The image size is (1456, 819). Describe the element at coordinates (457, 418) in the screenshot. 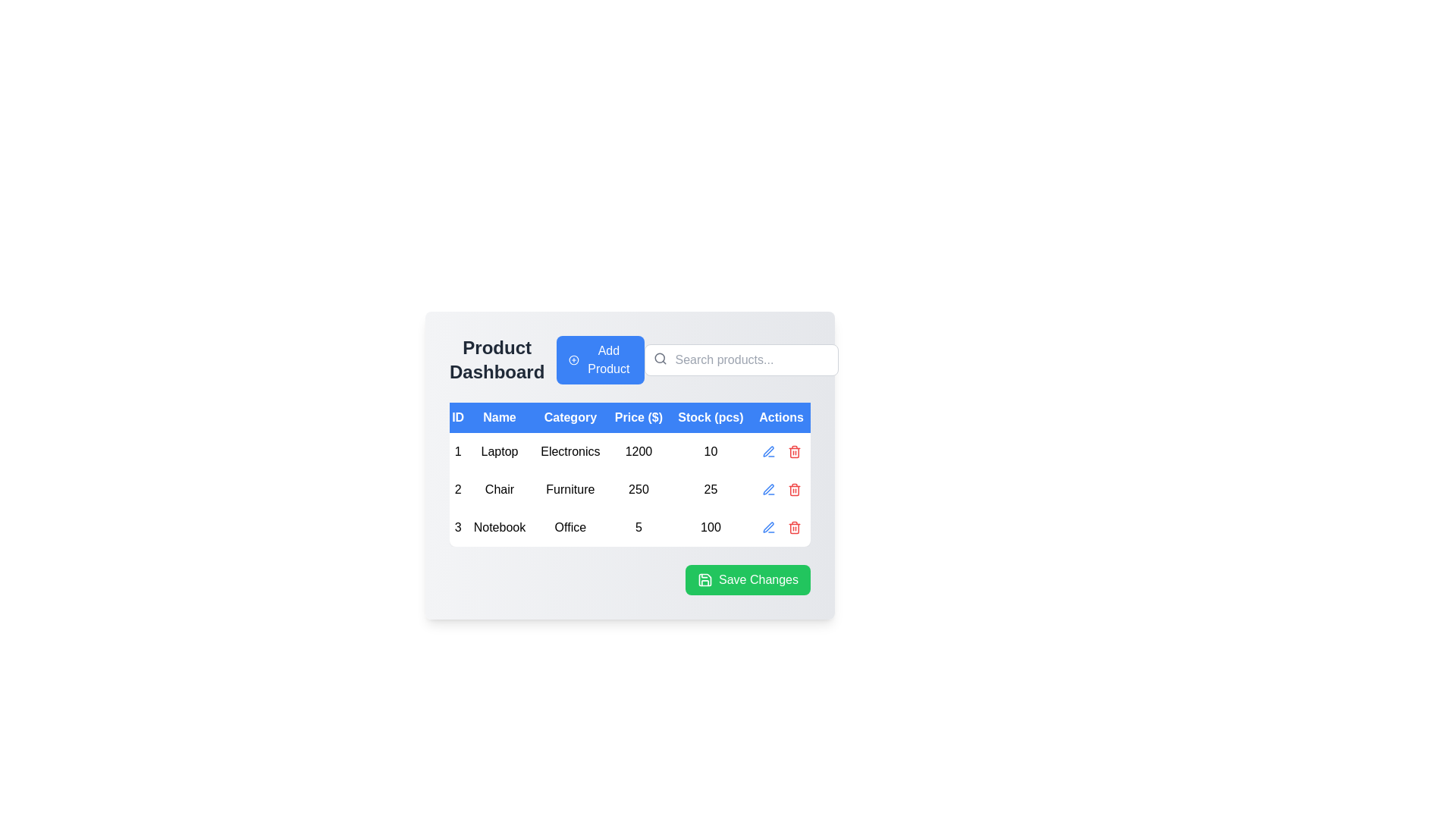

I see `the text label 'ID' located in the first header cell of the table, which features white text on a blue background` at that location.